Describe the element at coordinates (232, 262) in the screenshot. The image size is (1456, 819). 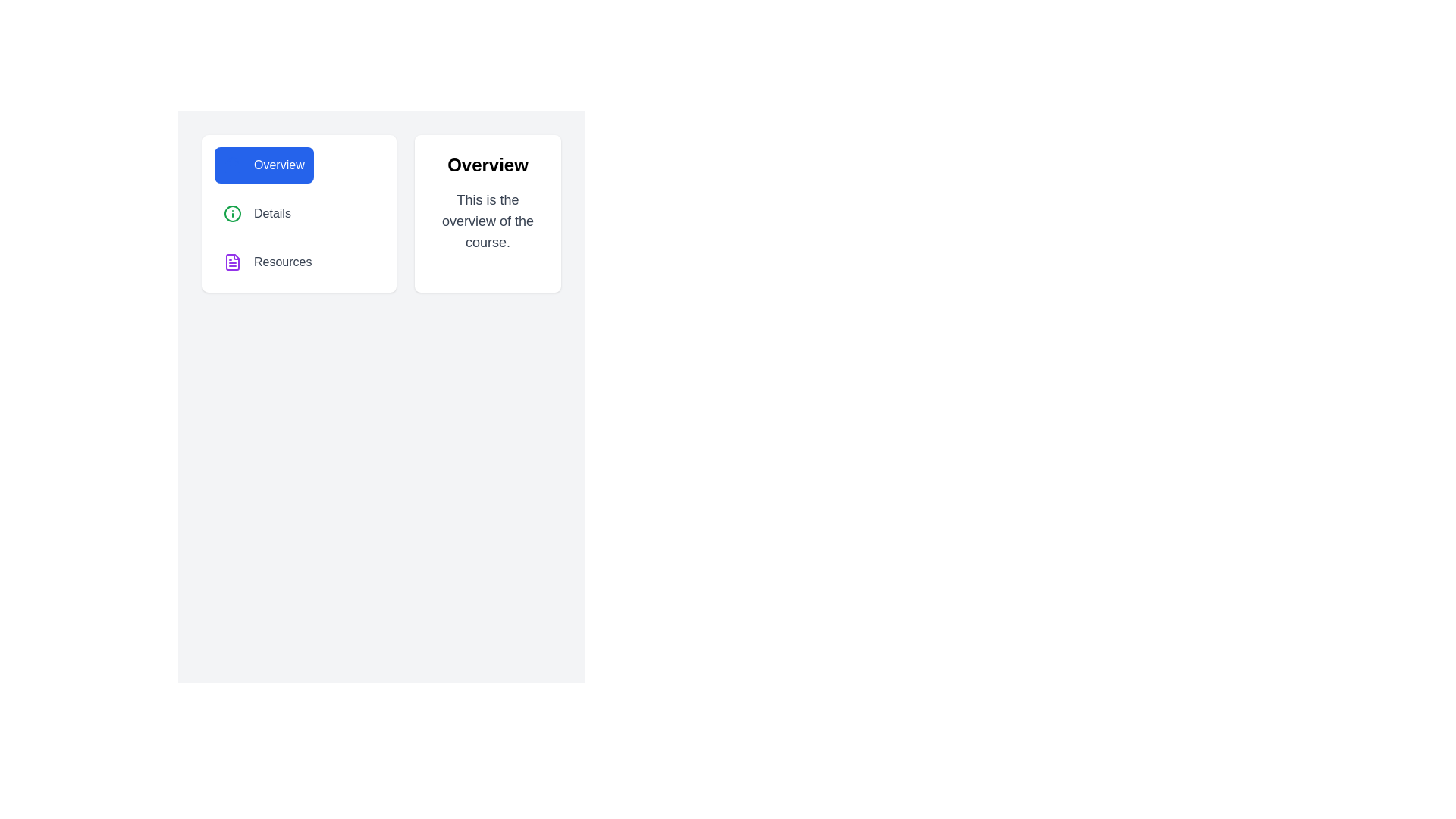
I see `the purple document icon with a text annotation located next to the 'Resources' label` at that location.